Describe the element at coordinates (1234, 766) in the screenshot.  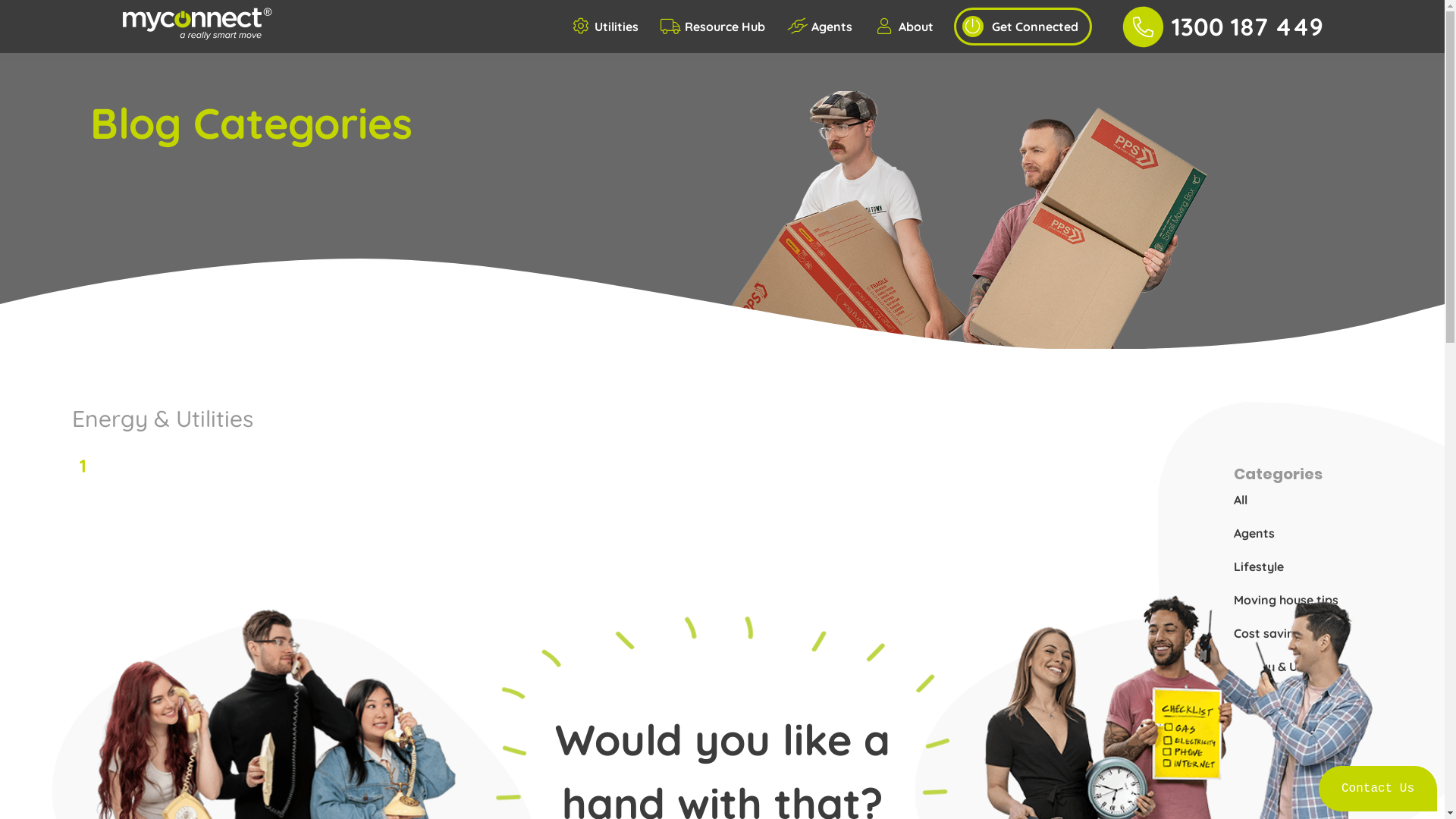
I see `'Summer'` at that location.